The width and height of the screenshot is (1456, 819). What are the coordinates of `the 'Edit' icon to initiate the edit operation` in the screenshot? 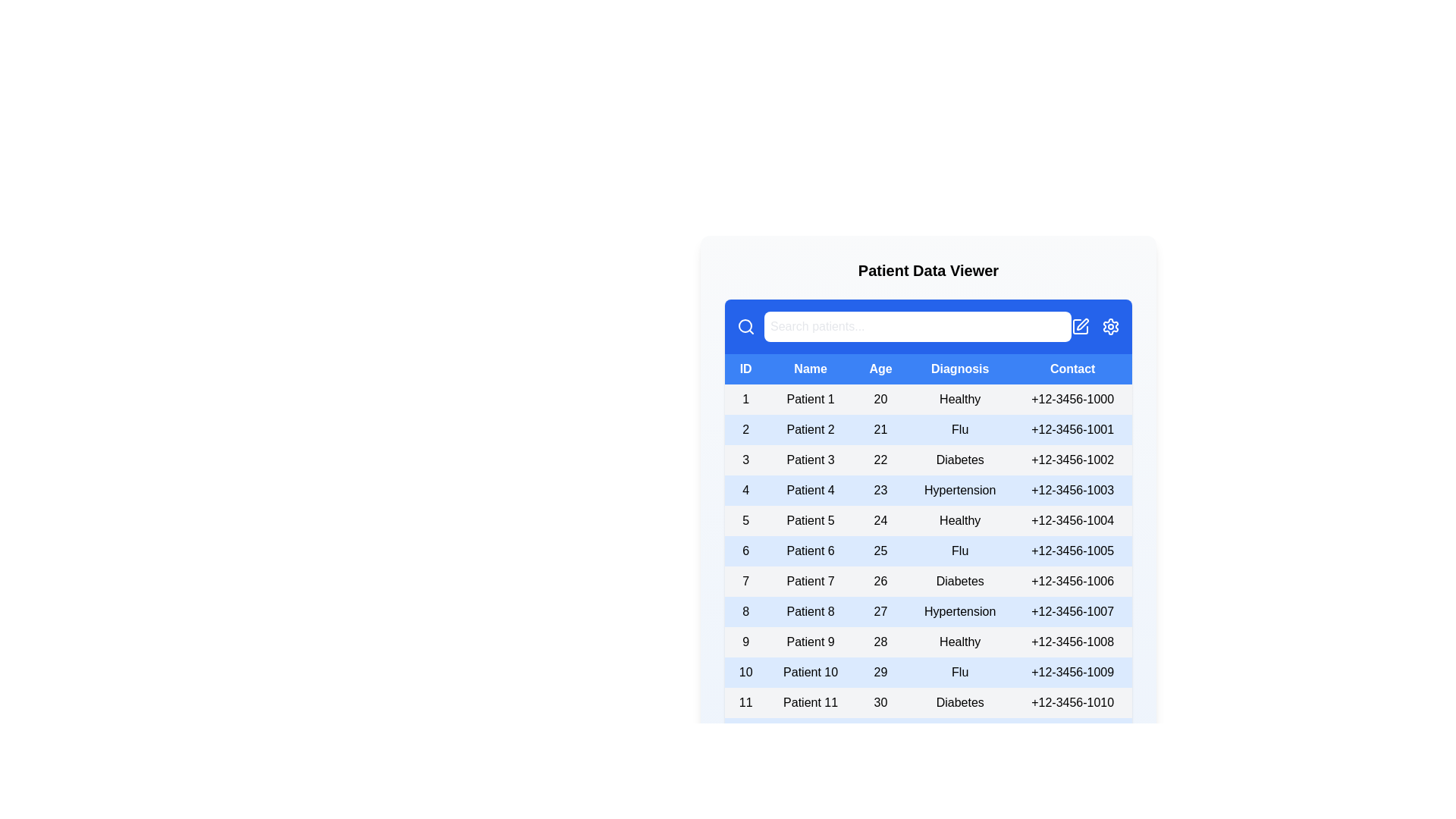 It's located at (1080, 326).